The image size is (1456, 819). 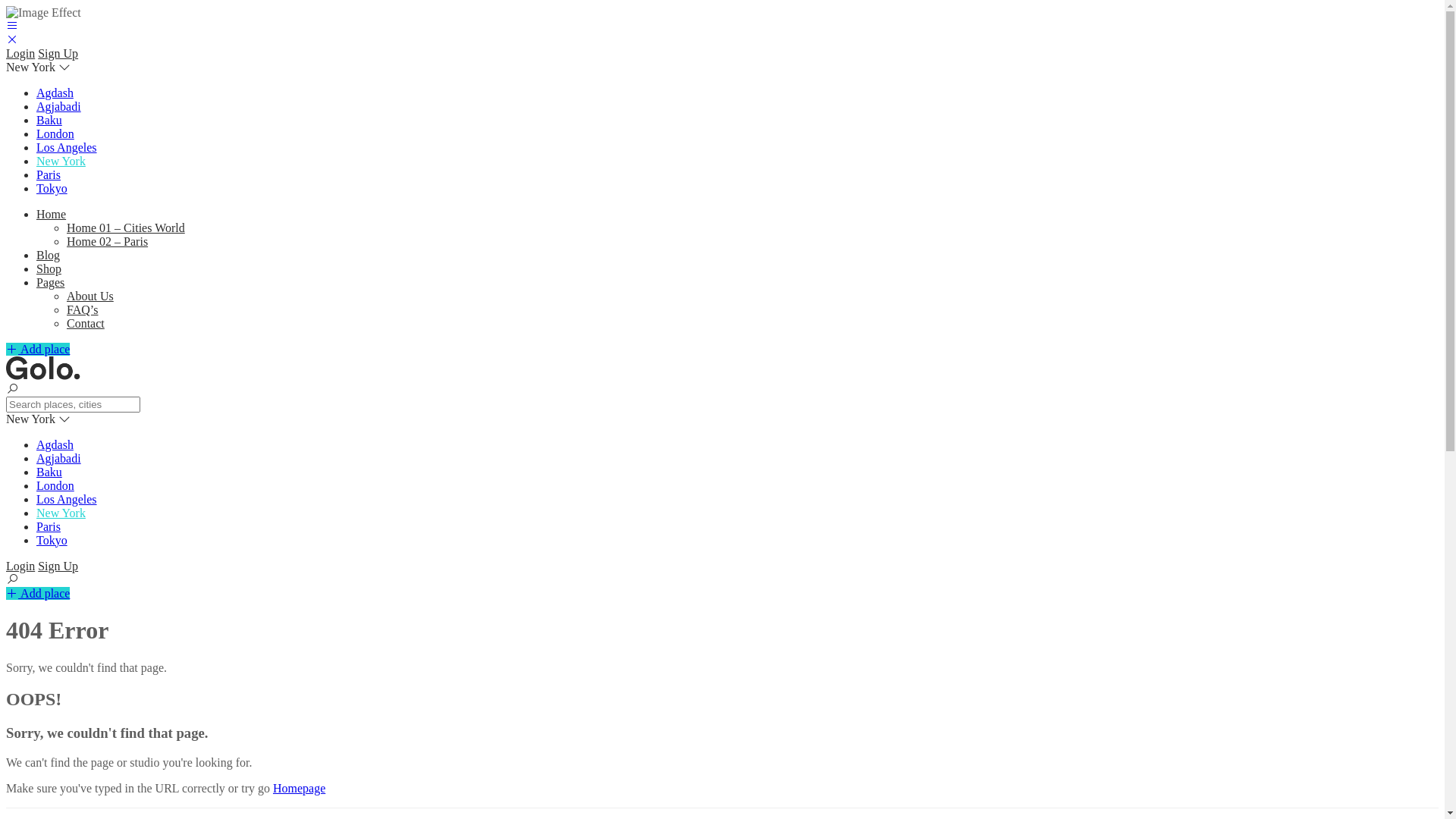 What do you see at coordinates (49, 471) in the screenshot?
I see `'Baku'` at bounding box center [49, 471].